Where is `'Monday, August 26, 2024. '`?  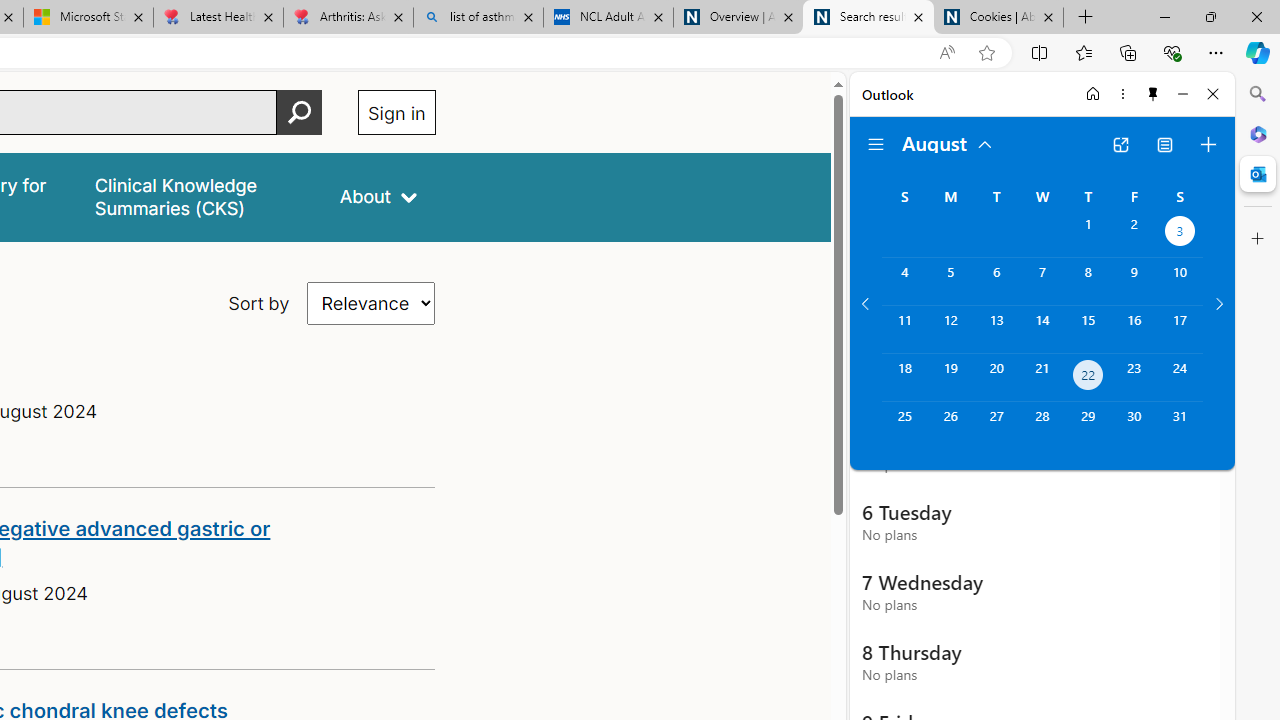 'Monday, August 26, 2024. ' is located at coordinates (949, 424).